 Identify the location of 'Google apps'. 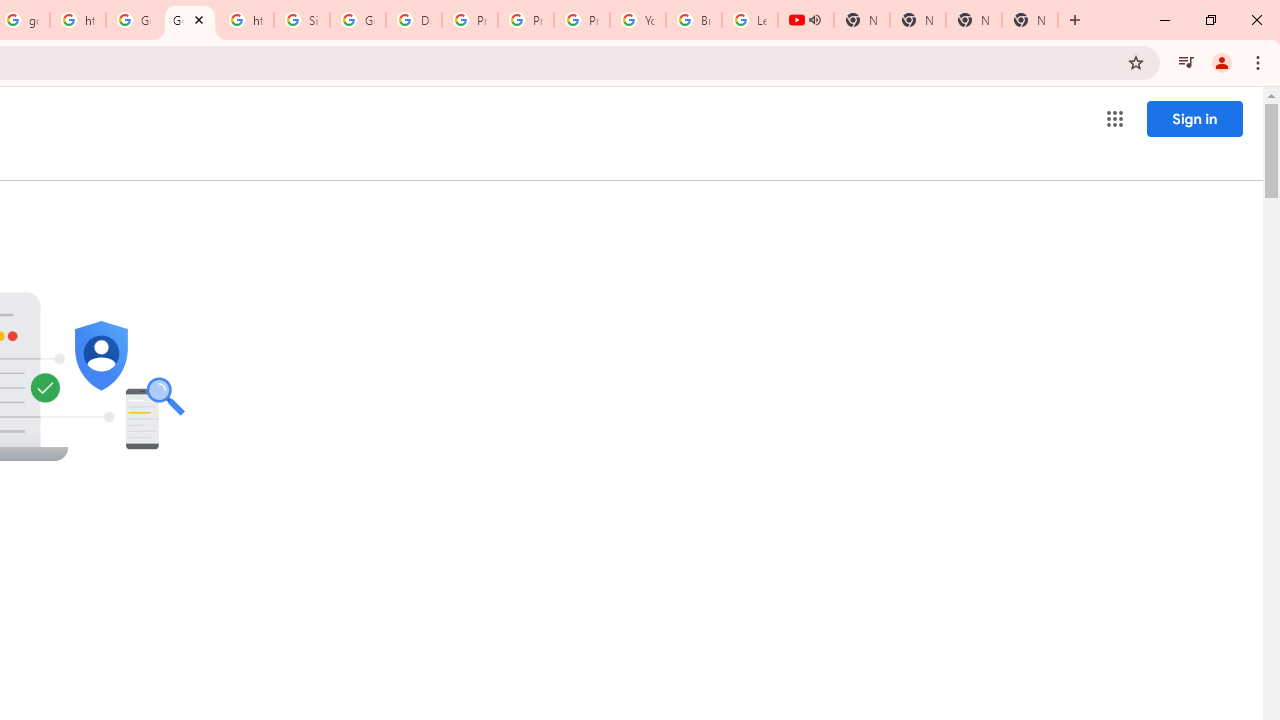
(1113, 119).